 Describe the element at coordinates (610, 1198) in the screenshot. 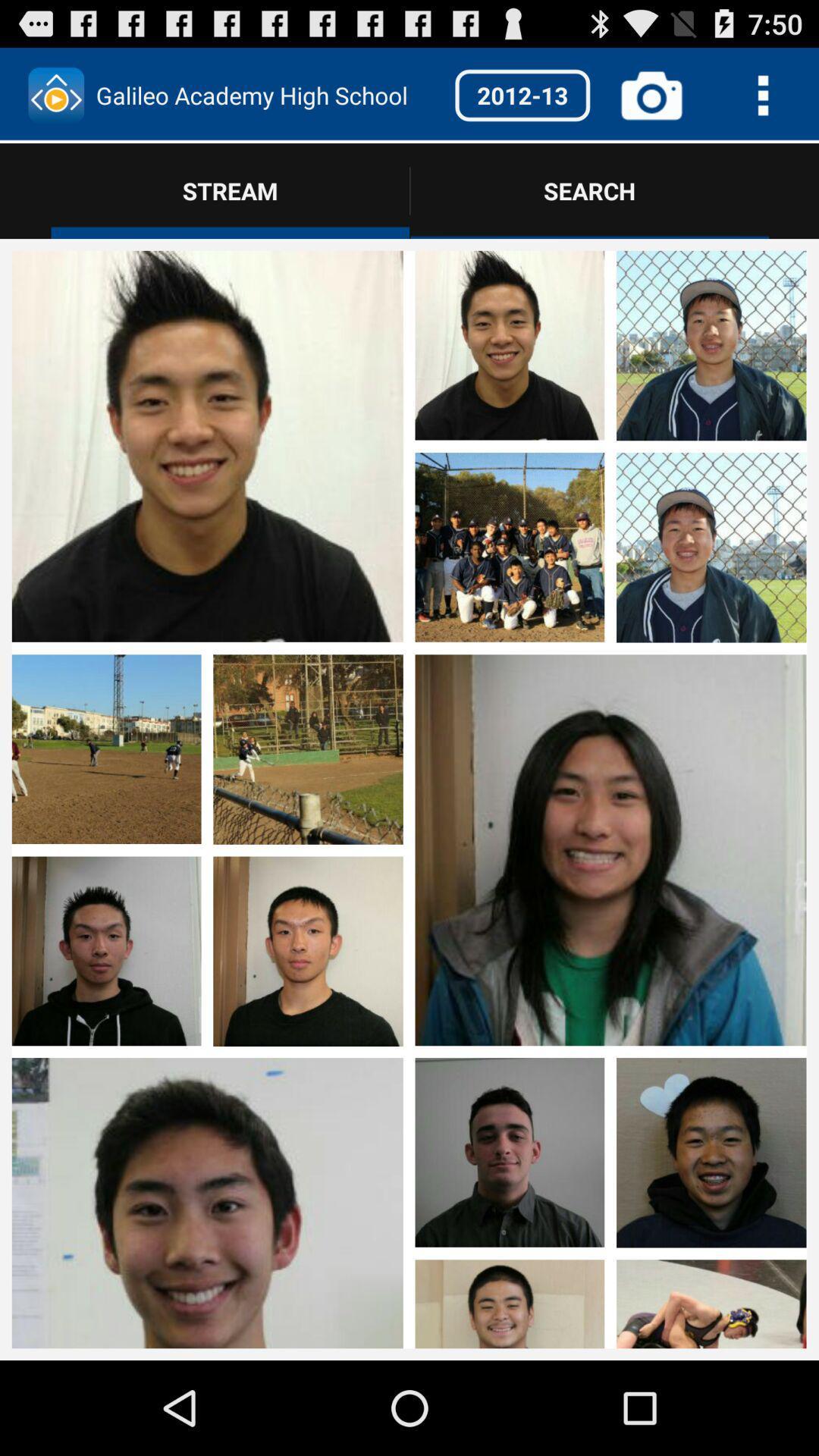

I see `the image` at that location.